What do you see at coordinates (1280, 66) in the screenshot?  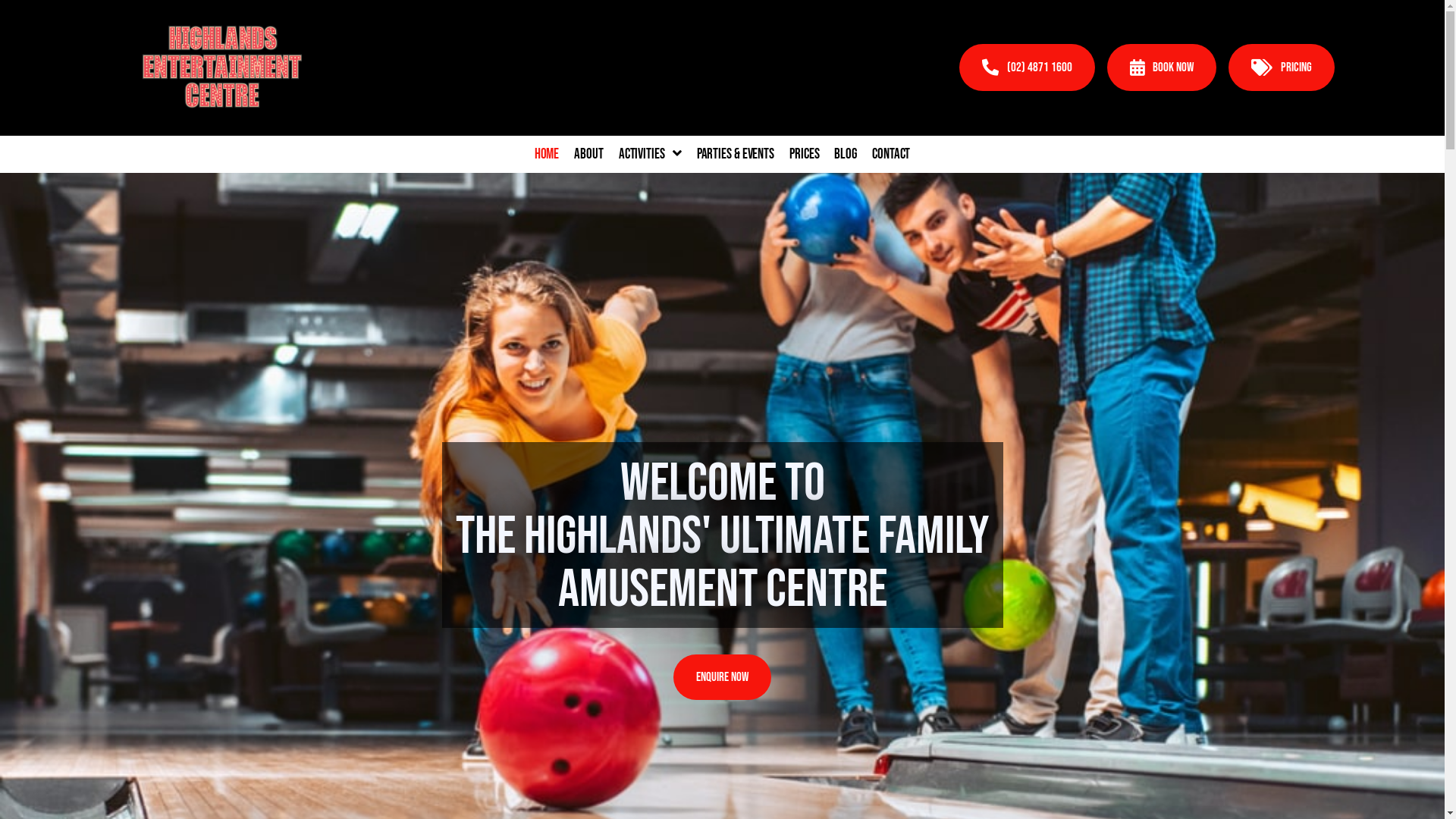 I see `'PRICING'` at bounding box center [1280, 66].